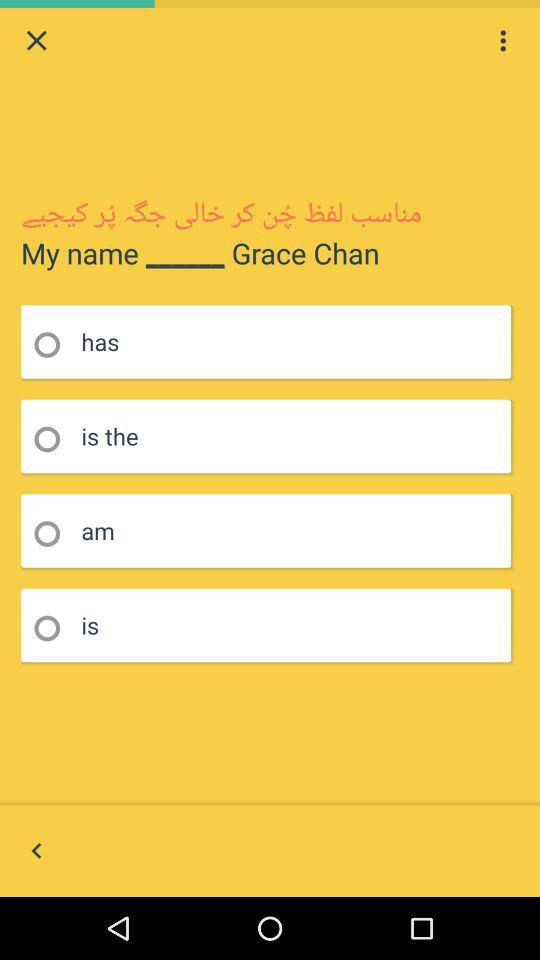 The image size is (540, 960). Describe the element at coordinates (53, 439) in the screenshot. I see `field` at that location.